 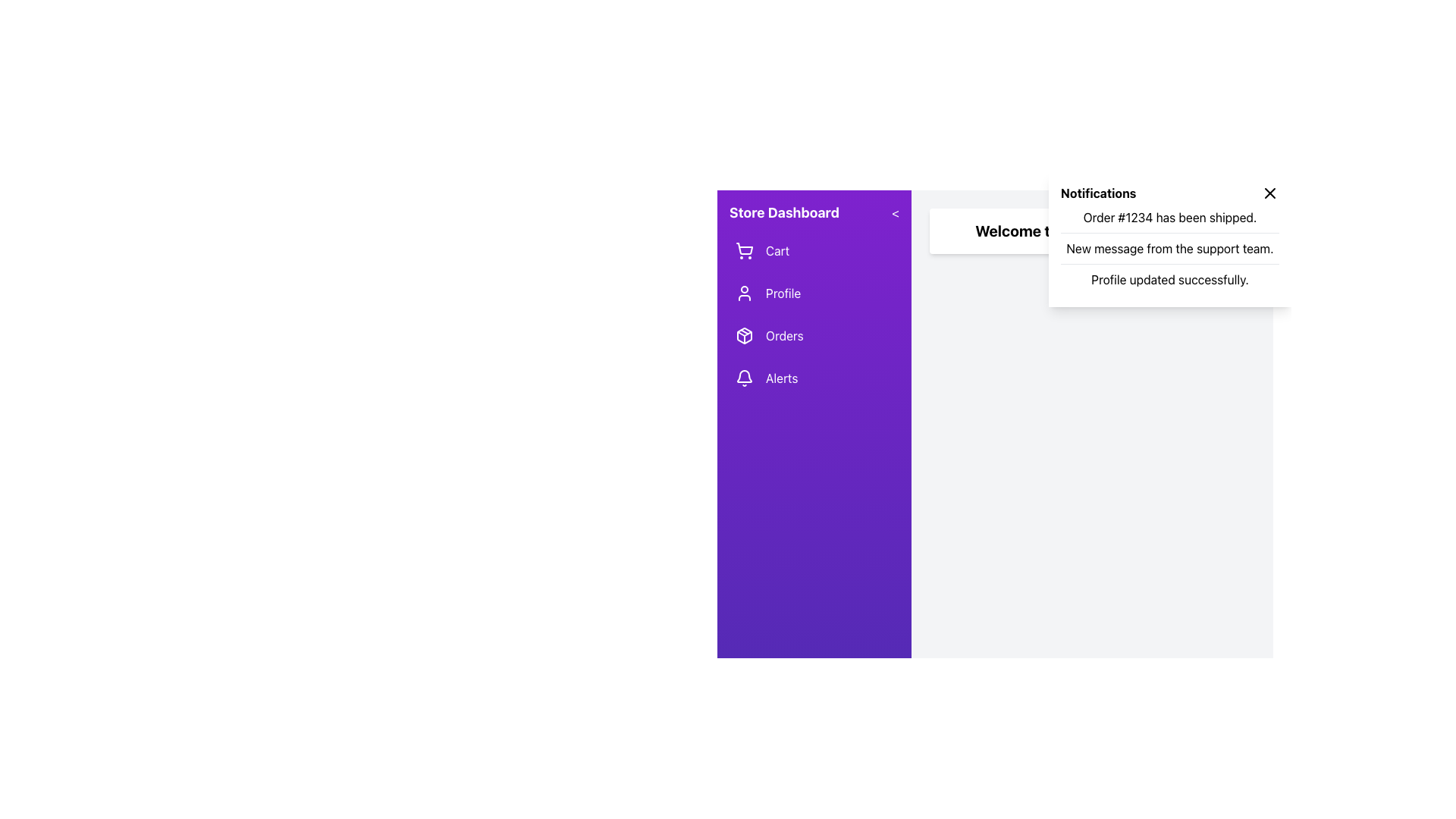 What do you see at coordinates (1169, 217) in the screenshot?
I see `the Text Label that displays the notification 'Order #1234 has been shipped.'` at bounding box center [1169, 217].